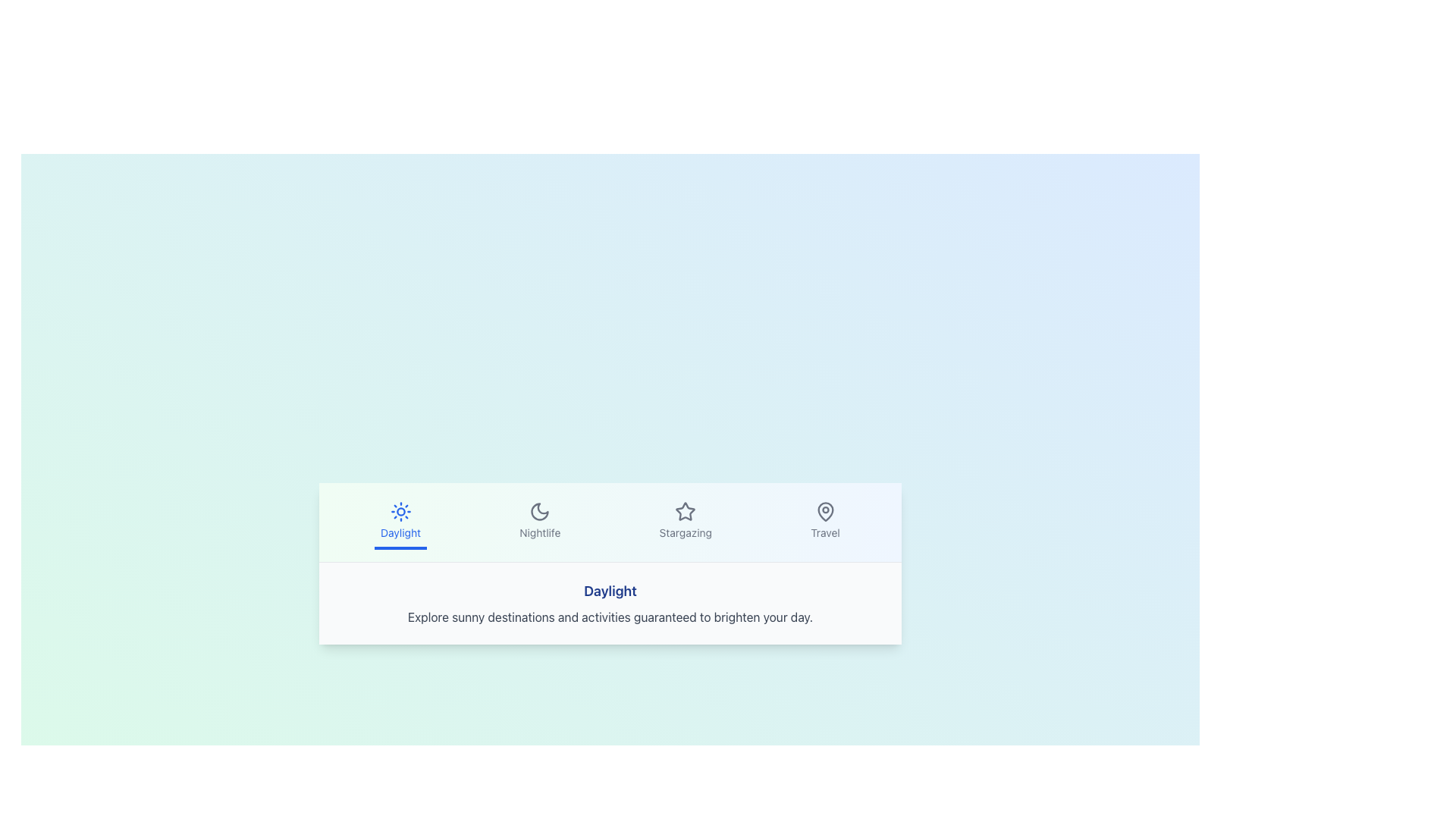 This screenshot has width=1456, height=819. I want to click on the decorative sun icon representing 'Daylight' in the navigation menu, located in the leftmost section of the navigation bar, so click(400, 511).